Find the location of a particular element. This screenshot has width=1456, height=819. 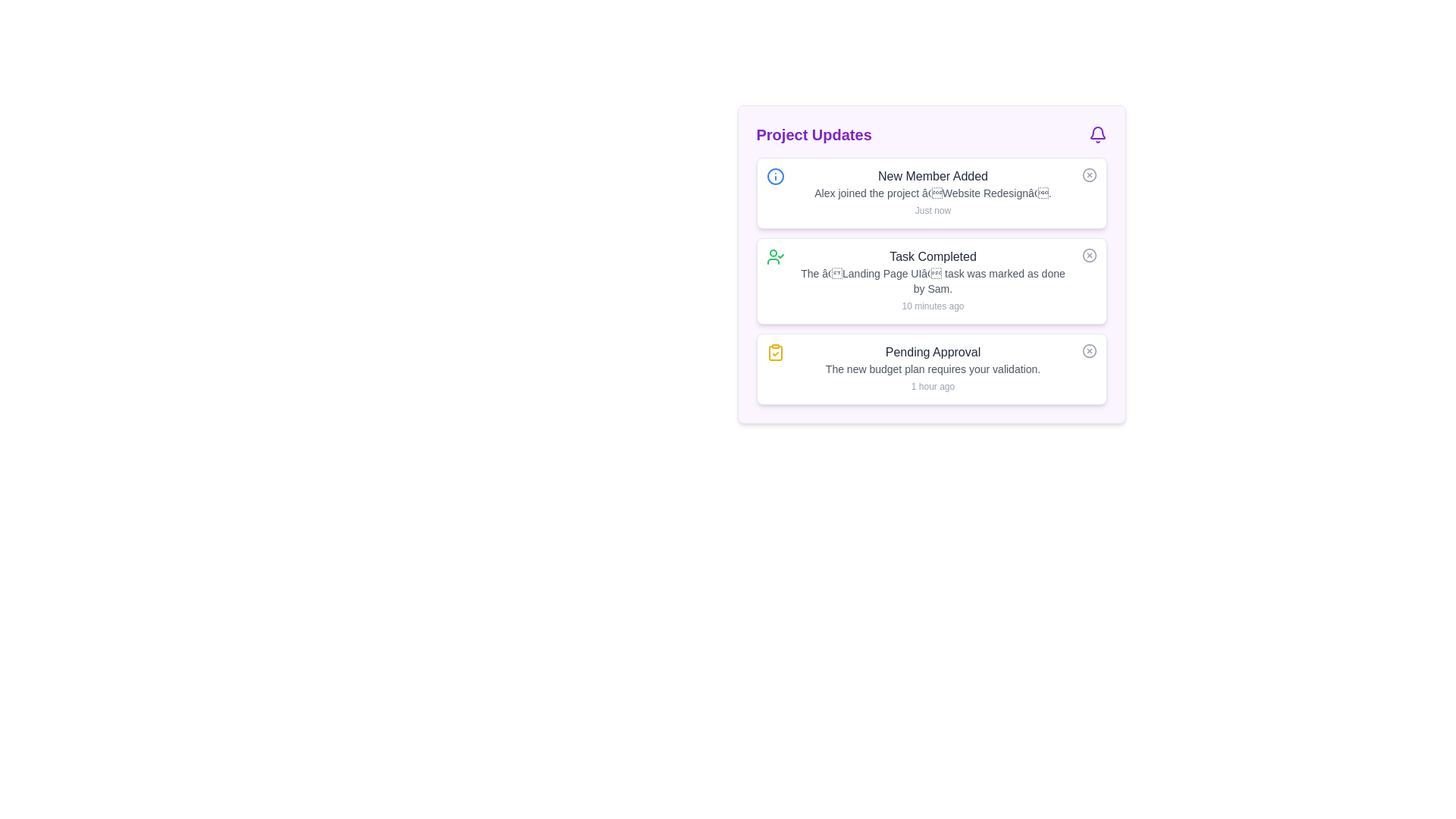

the 'Task Completed' notification text, which is styled as bold and prominent, indicating it is interactive is located at coordinates (932, 281).